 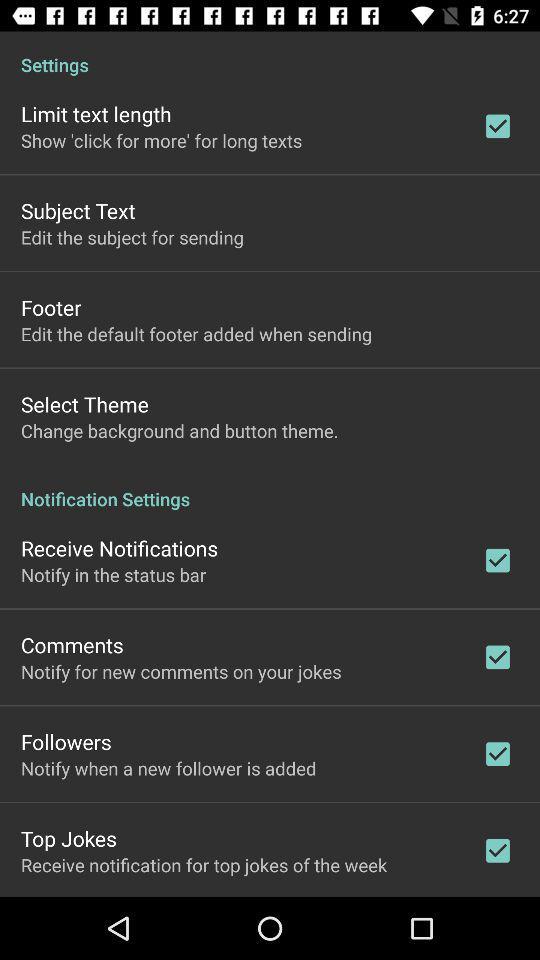 What do you see at coordinates (179, 430) in the screenshot?
I see `the icon below select theme` at bounding box center [179, 430].